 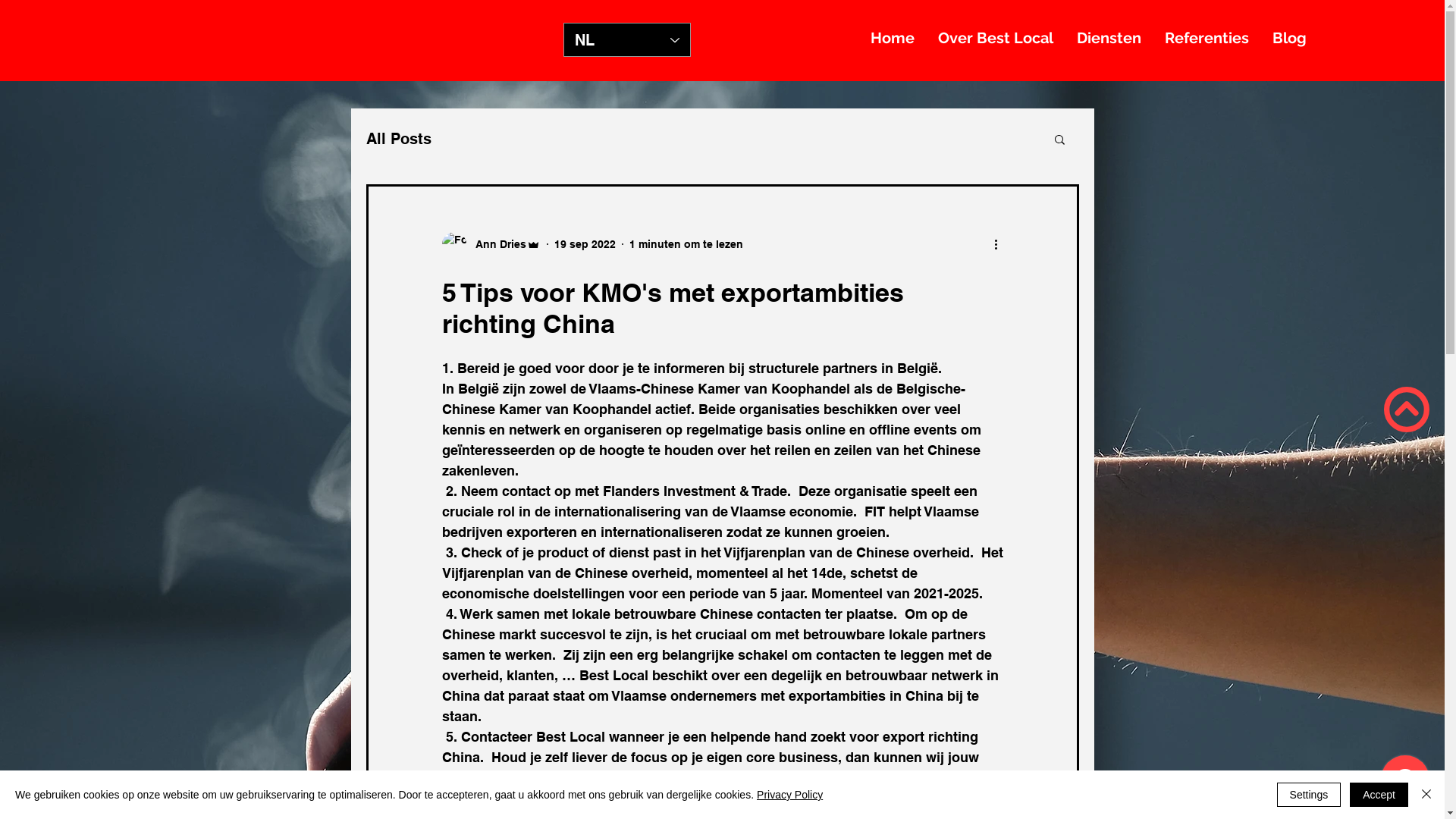 I want to click on 'Diensten', so click(x=1109, y=37).